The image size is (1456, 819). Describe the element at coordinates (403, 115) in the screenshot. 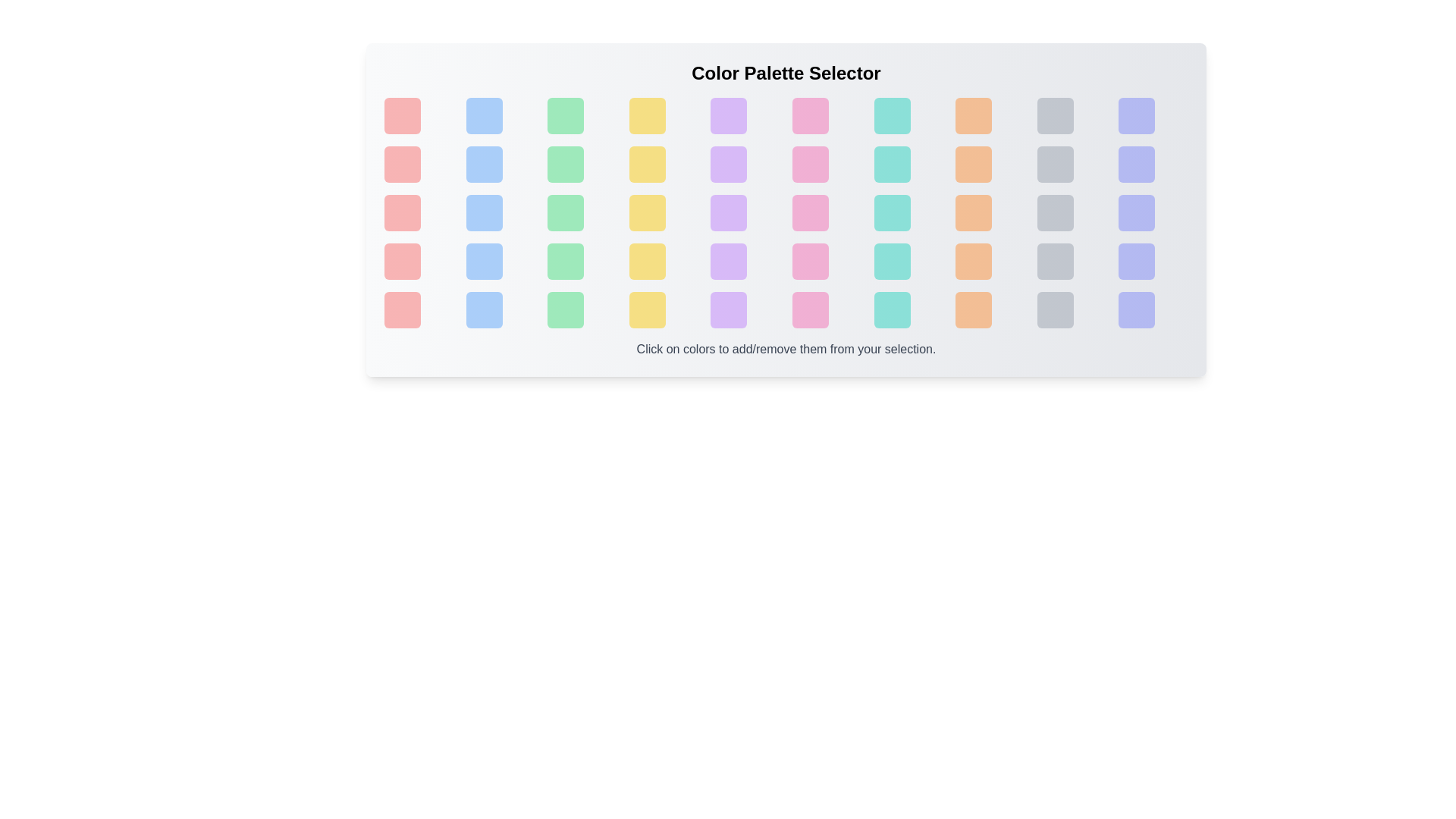

I see `the first color in the grid to highlight it for inspection` at that location.